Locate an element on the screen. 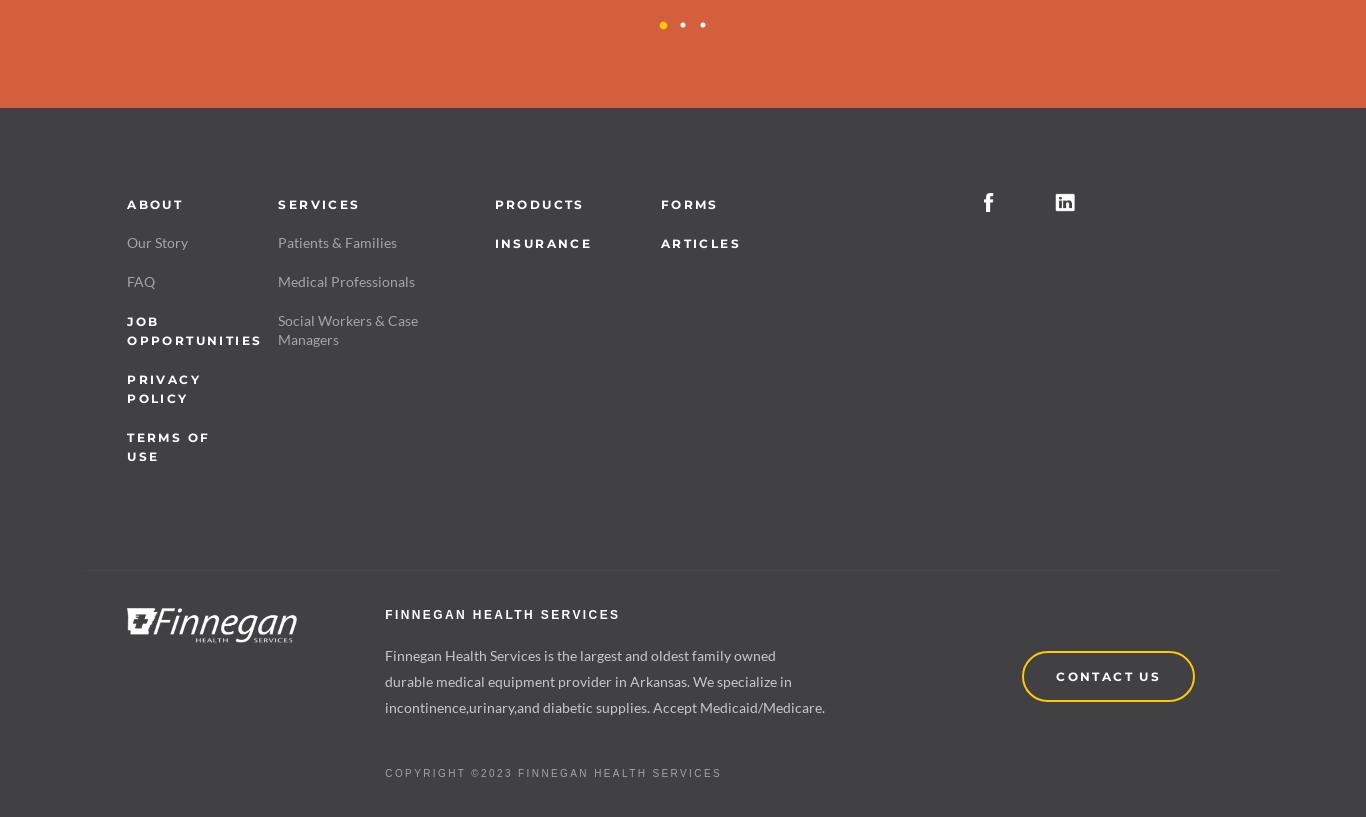 This screenshot has height=817, width=1366. 'Patients & Families' is located at coordinates (337, 240).